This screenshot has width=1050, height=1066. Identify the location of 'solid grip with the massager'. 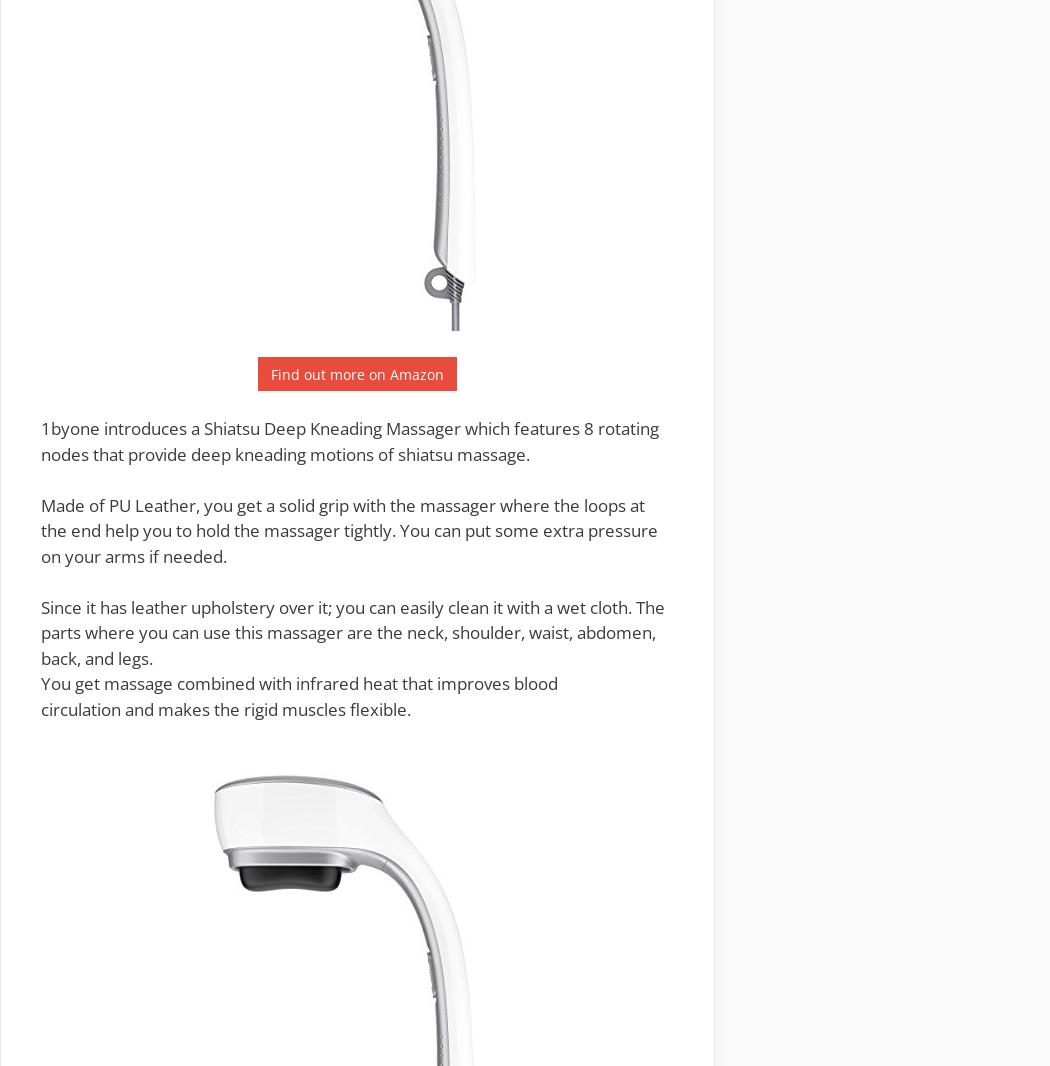
(387, 504).